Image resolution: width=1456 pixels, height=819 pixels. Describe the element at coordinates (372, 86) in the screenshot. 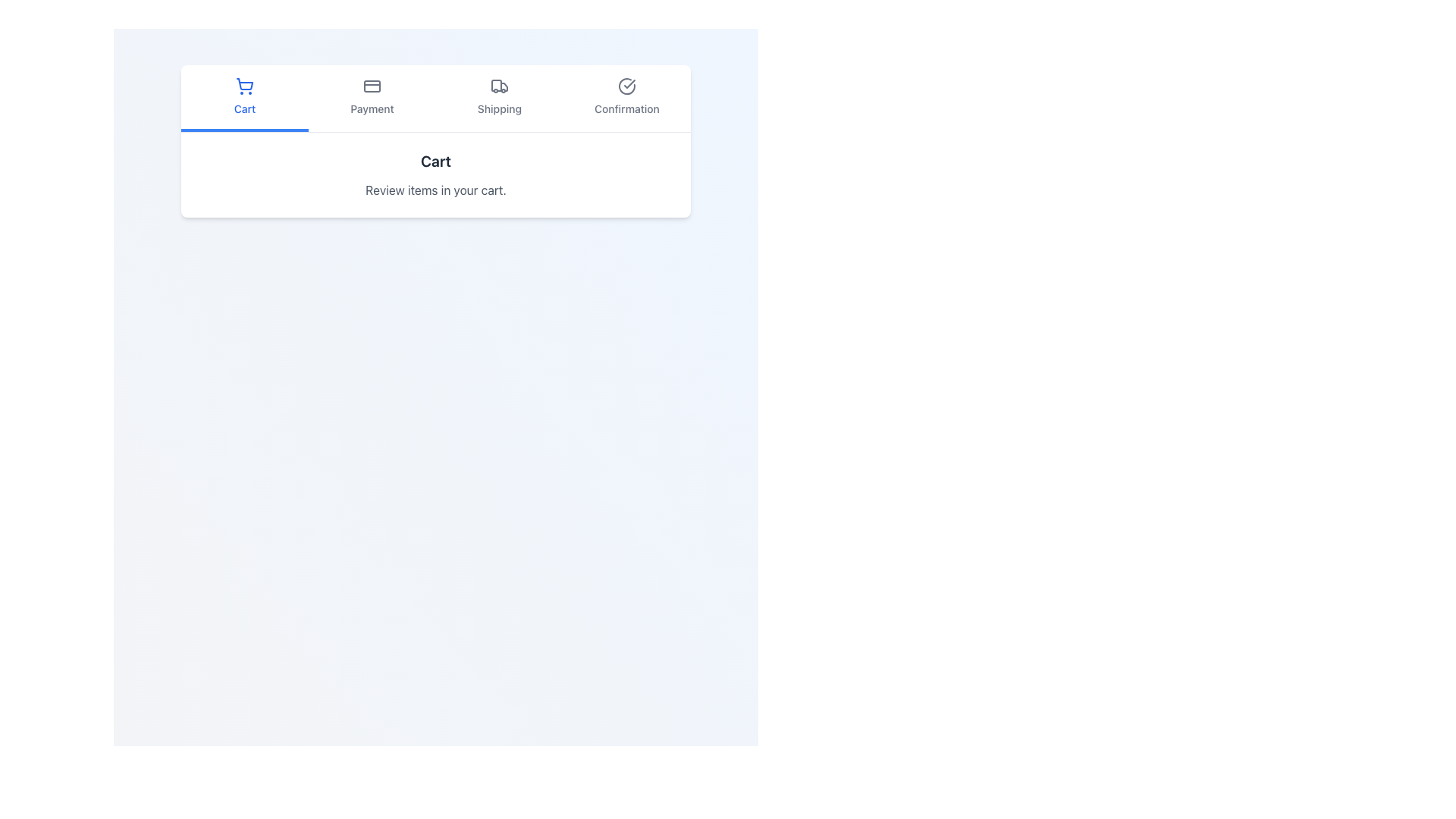

I see `the 'Payment' icon in the navigation bar, which visually represents the payment section and is located between the 'Cart' and 'Shipping' tabs` at that location.